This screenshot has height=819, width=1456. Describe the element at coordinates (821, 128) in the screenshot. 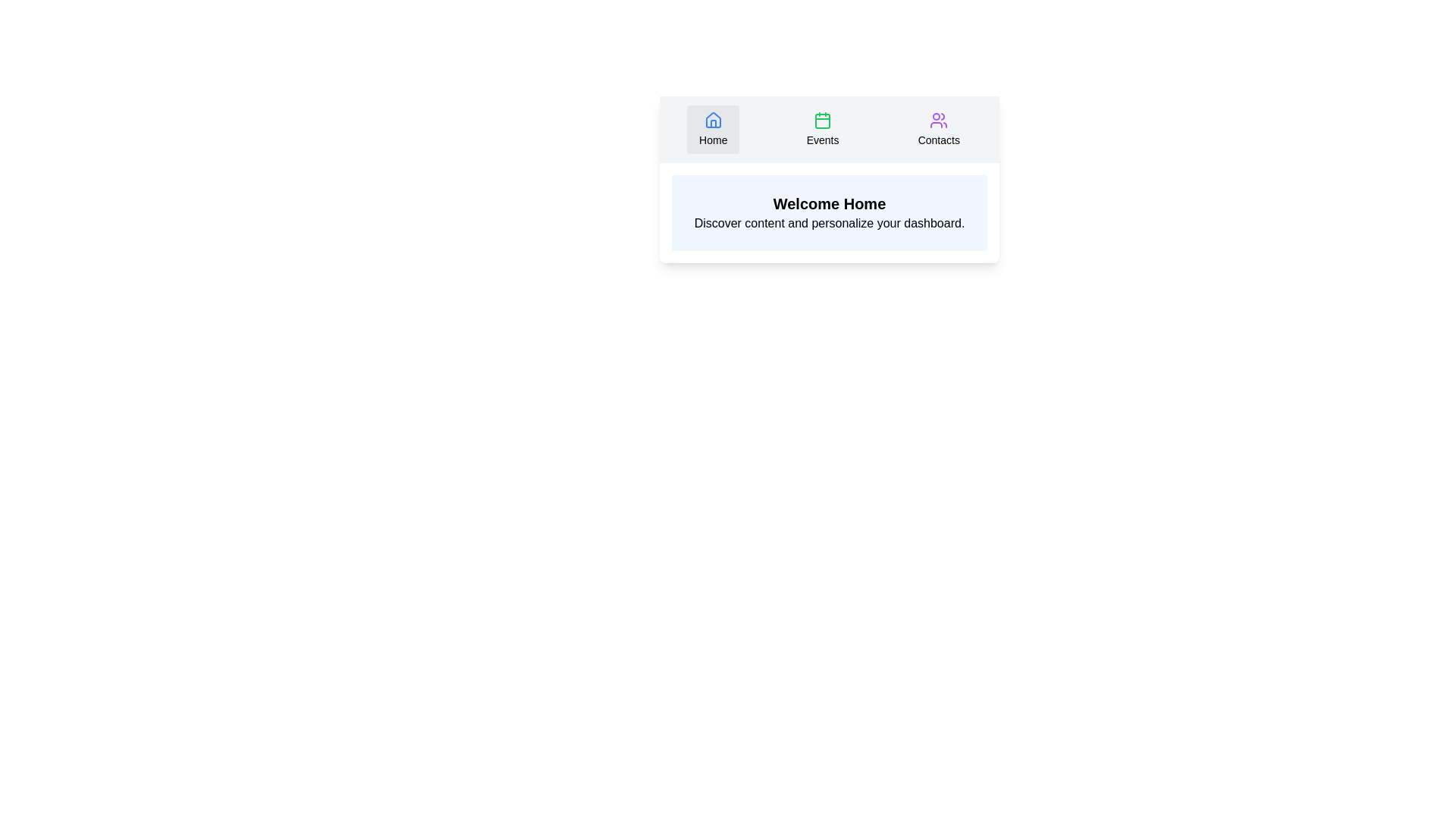

I see `the Events tab by clicking on it` at that location.